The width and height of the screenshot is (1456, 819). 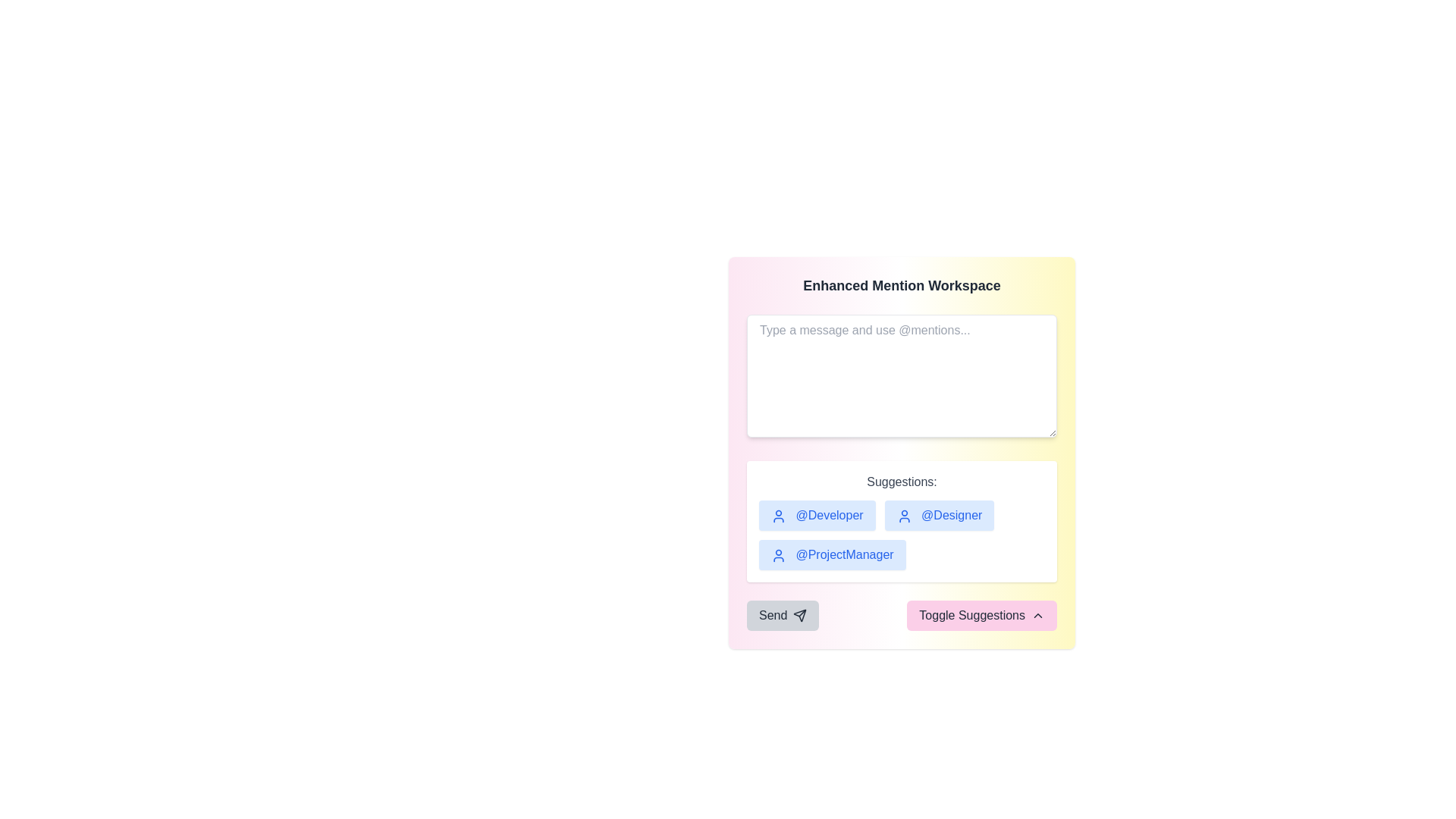 What do you see at coordinates (938, 514) in the screenshot?
I see `the '@Designer' button located in the 'Suggestions' area below the text input box, positioned to the right of the '@Developer' button and above the '@ProjectManager' button` at bounding box center [938, 514].